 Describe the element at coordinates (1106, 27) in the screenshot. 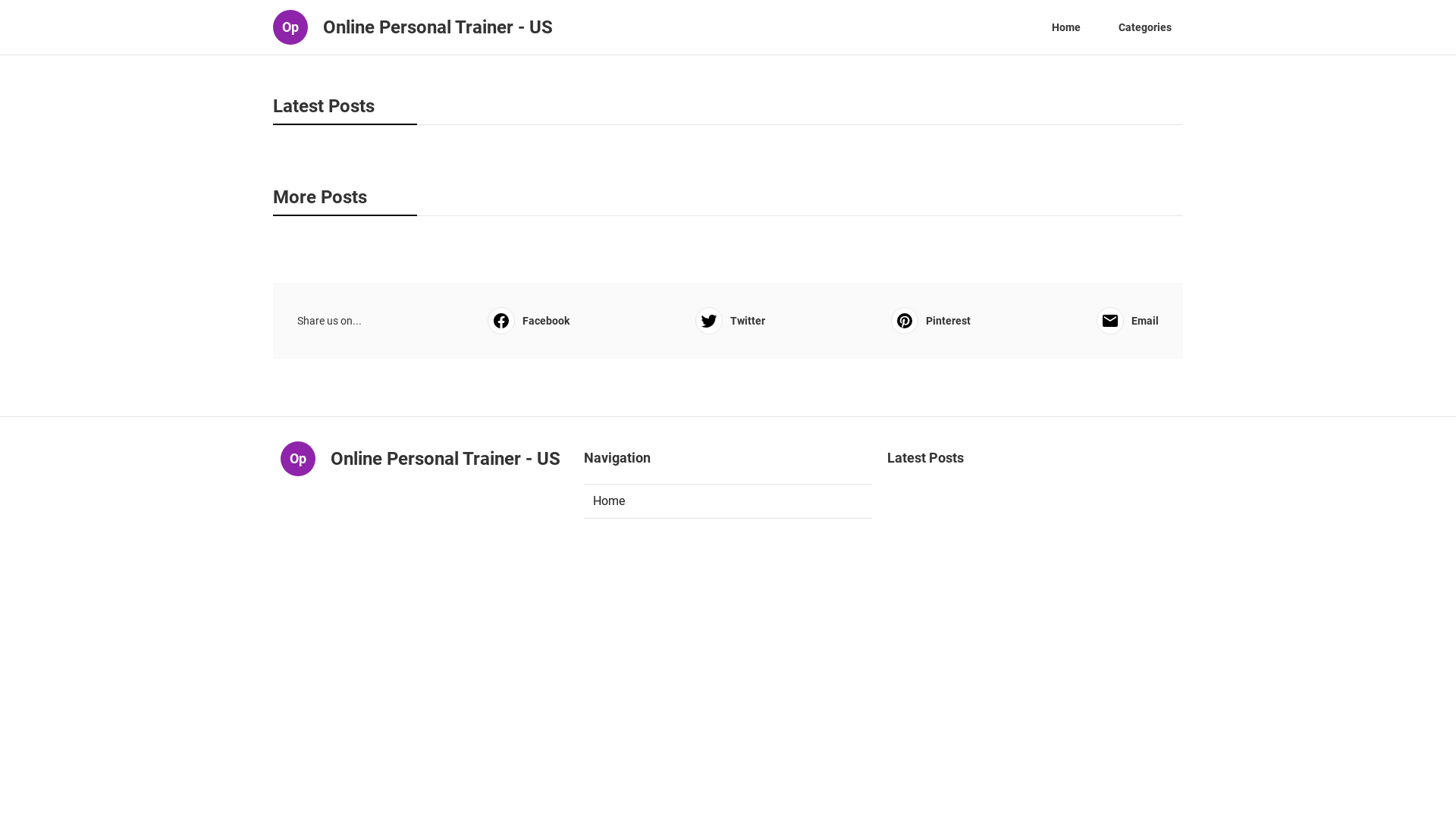

I see `'Categories'` at that location.